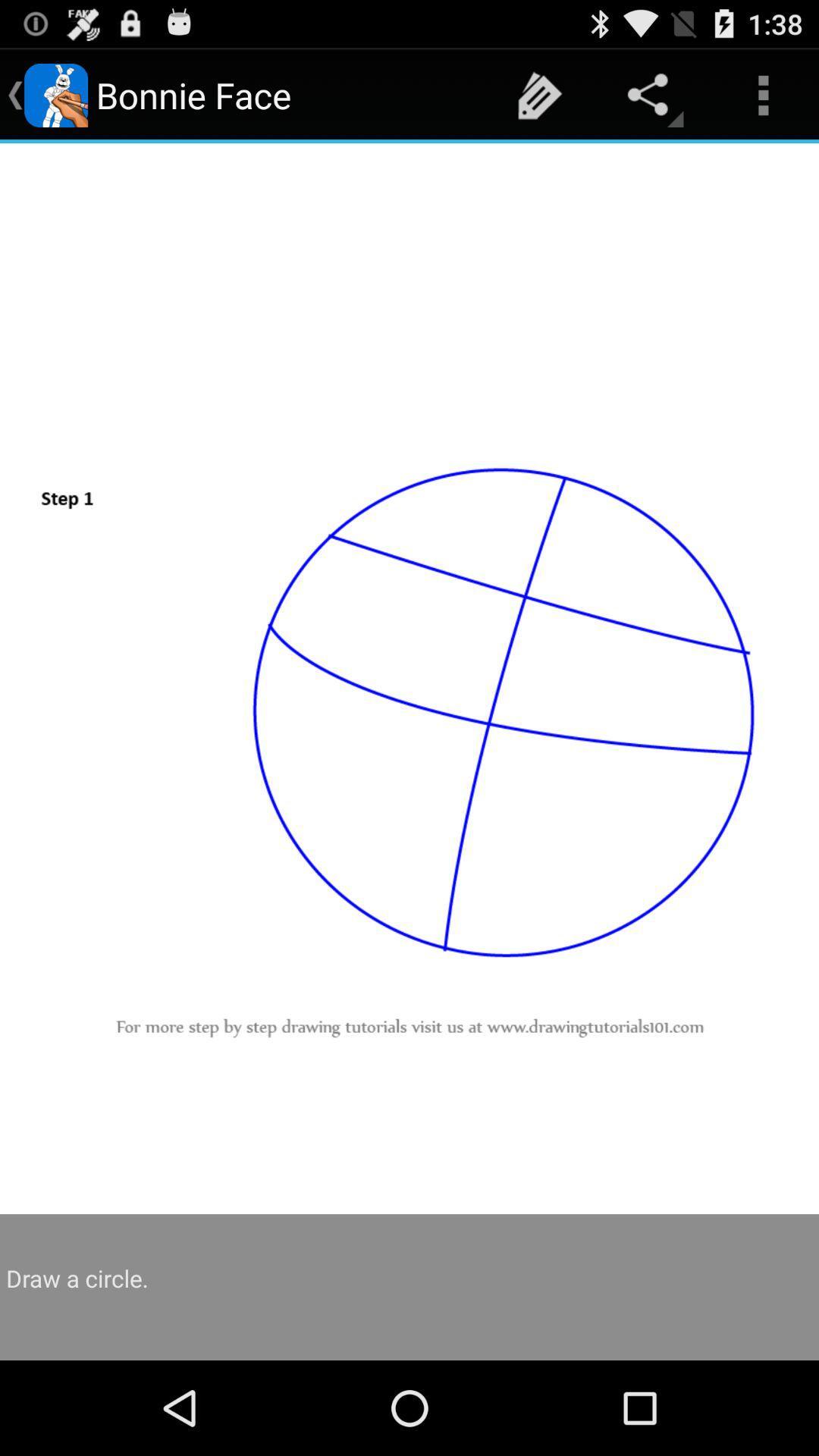  I want to click on app next to bonnie face item, so click(539, 94).